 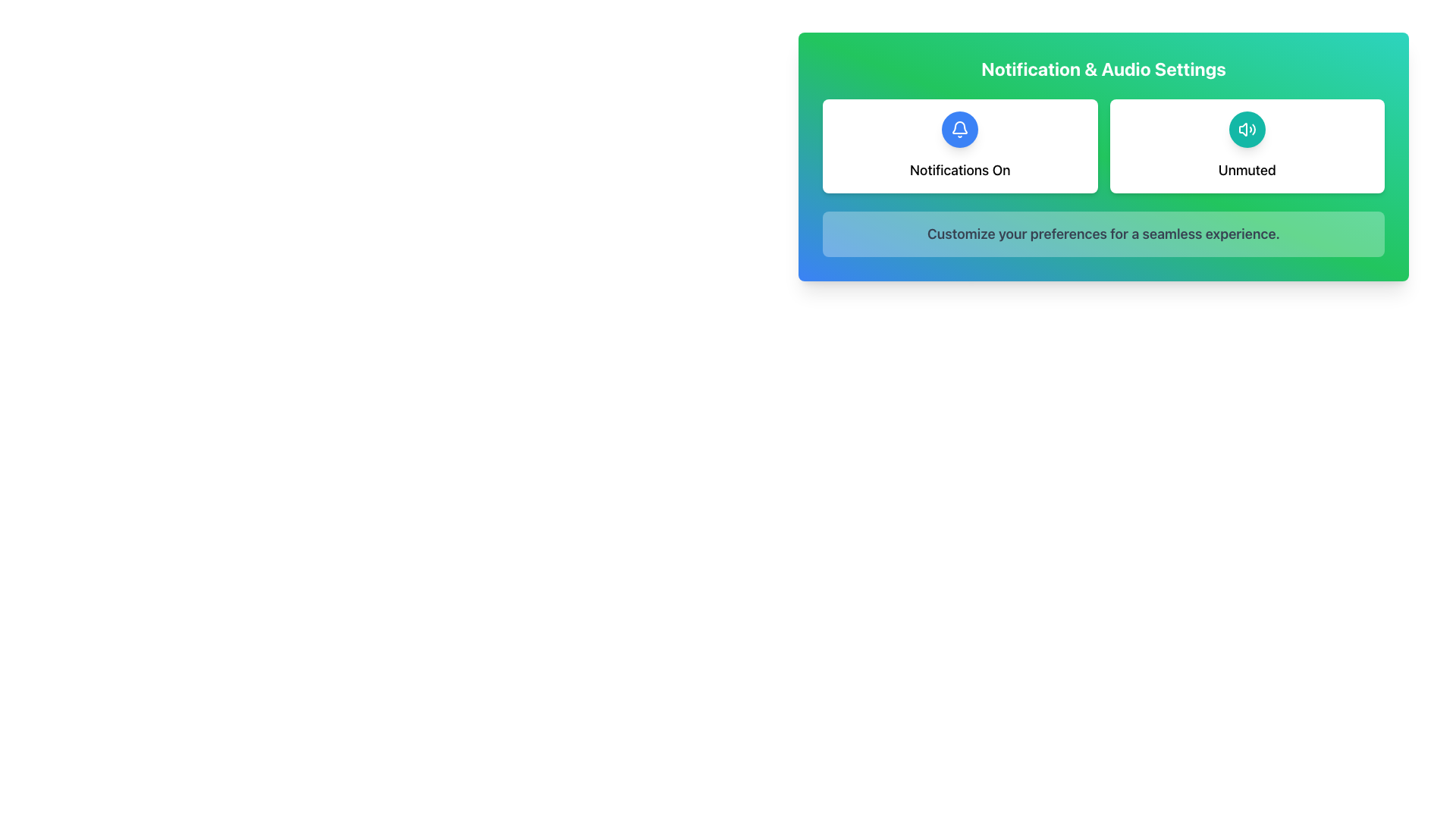 What do you see at coordinates (959, 128) in the screenshot?
I see `the bell icon within the 'Notifications On' button on the green-and-blue gradient panel` at bounding box center [959, 128].